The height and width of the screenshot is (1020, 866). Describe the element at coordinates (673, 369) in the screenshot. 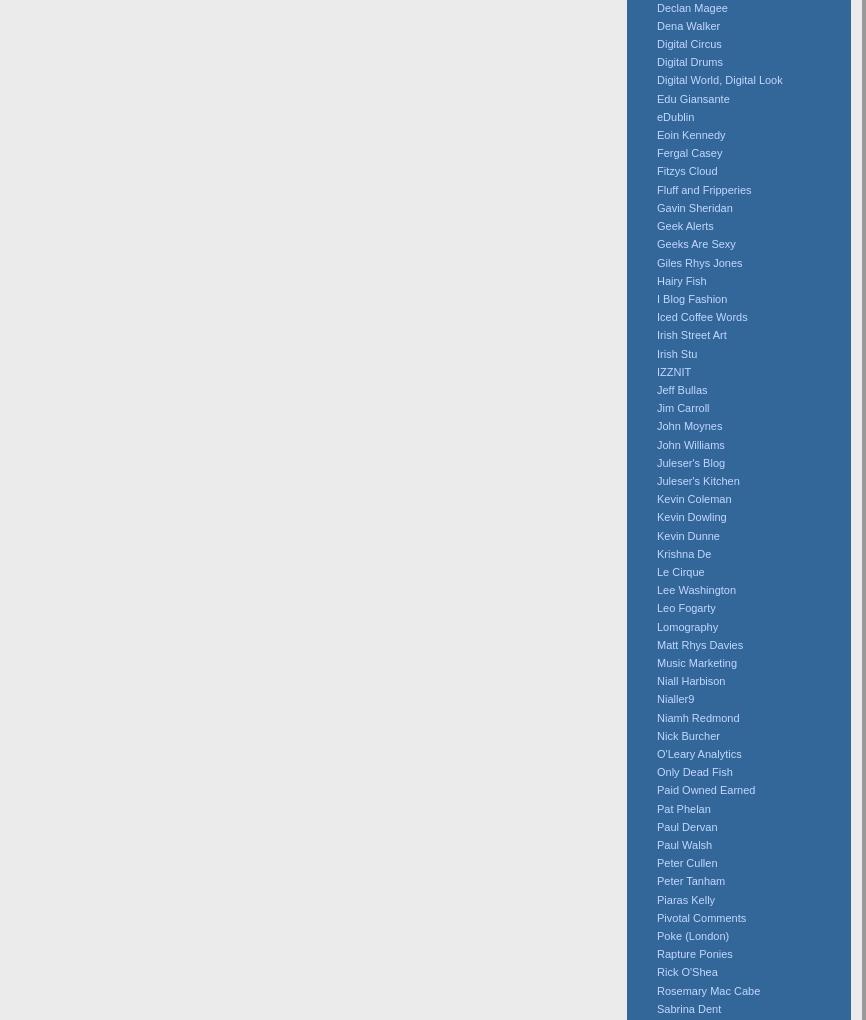

I see `'IZZNIT'` at that location.